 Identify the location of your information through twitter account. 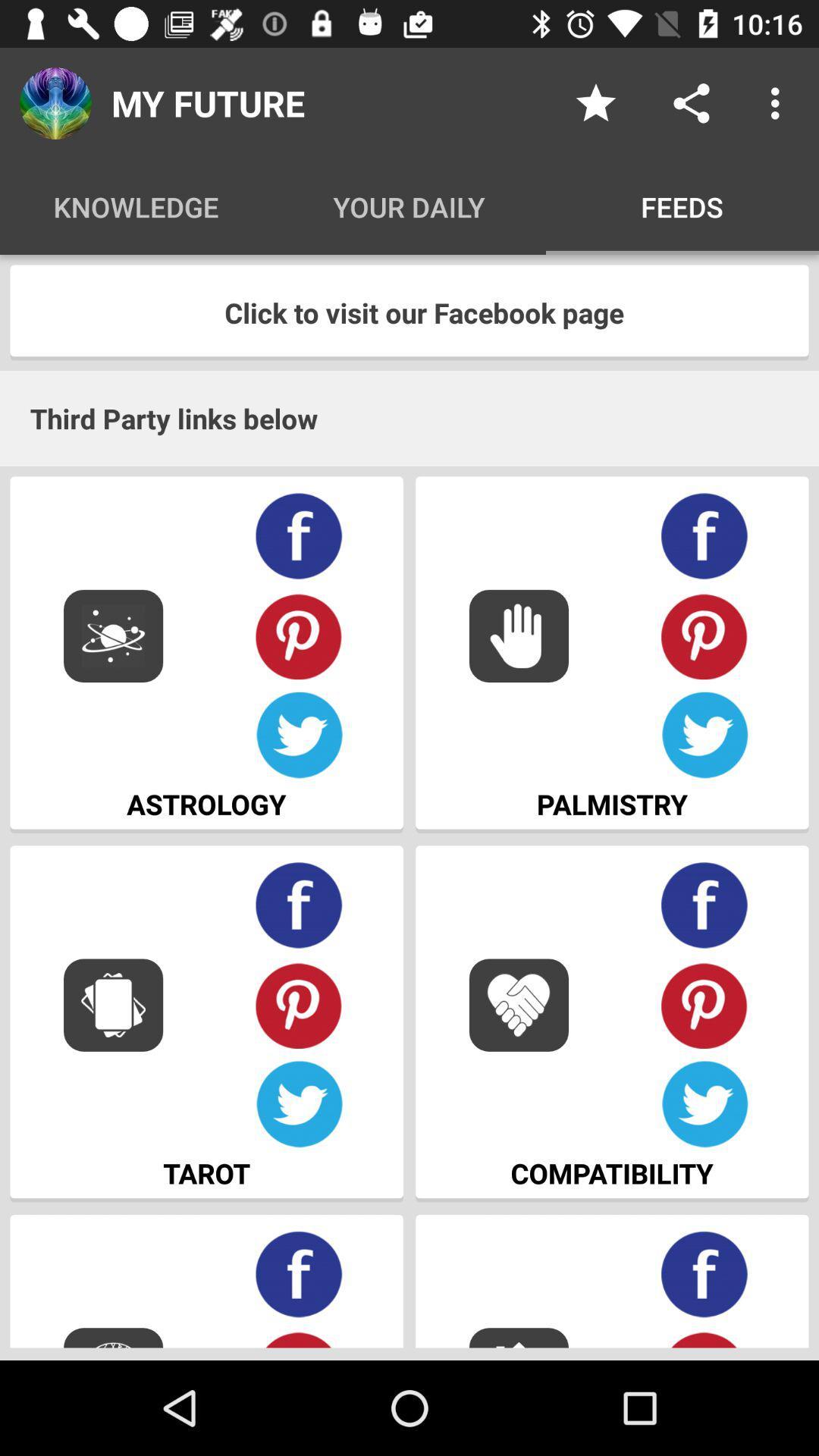
(704, 736).